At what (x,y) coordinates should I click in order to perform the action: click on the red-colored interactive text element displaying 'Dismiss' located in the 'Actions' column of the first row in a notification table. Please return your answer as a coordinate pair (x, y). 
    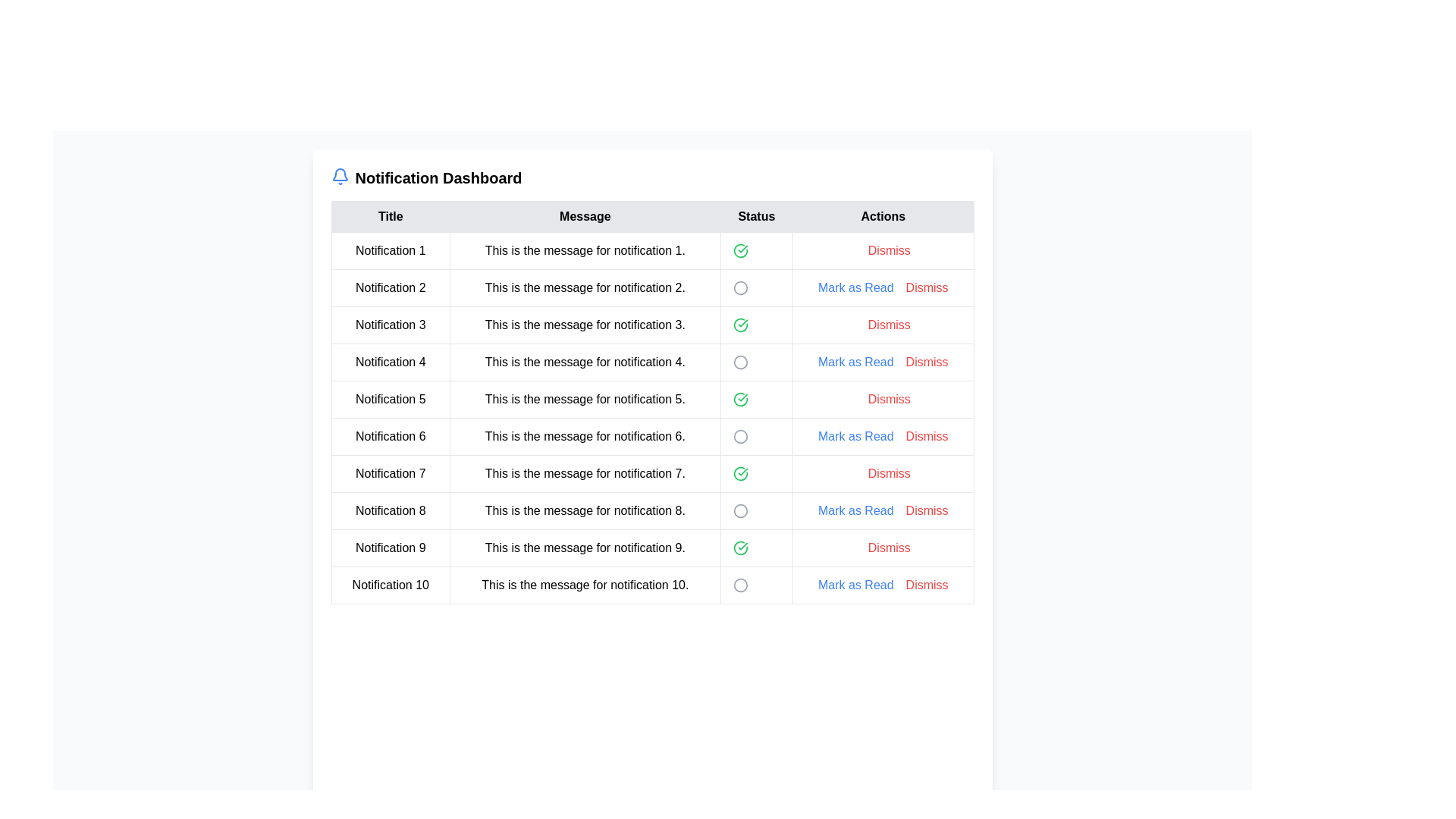
    Looking at the image, I should click on (883, 250).